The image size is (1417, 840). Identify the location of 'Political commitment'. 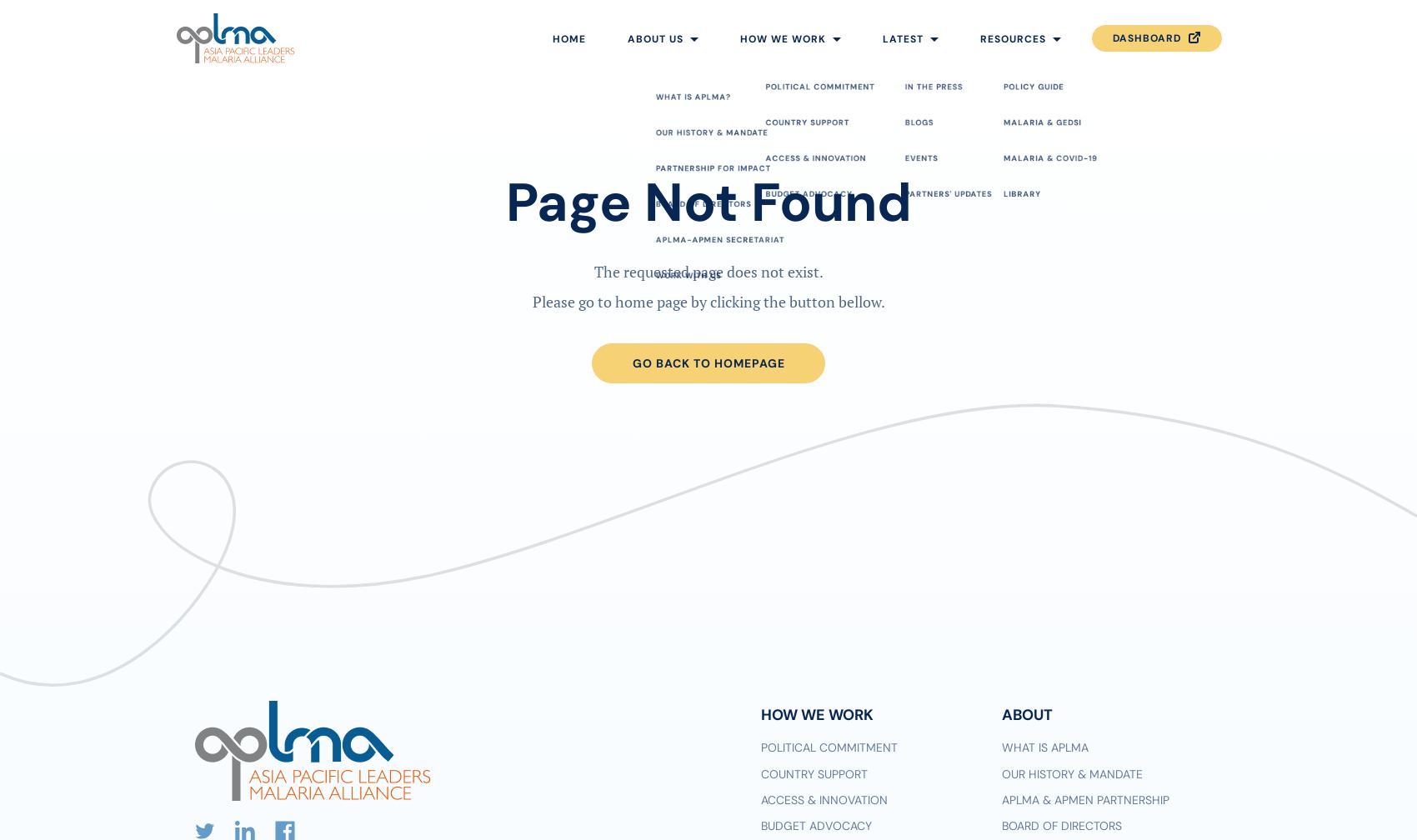
(827, 747).